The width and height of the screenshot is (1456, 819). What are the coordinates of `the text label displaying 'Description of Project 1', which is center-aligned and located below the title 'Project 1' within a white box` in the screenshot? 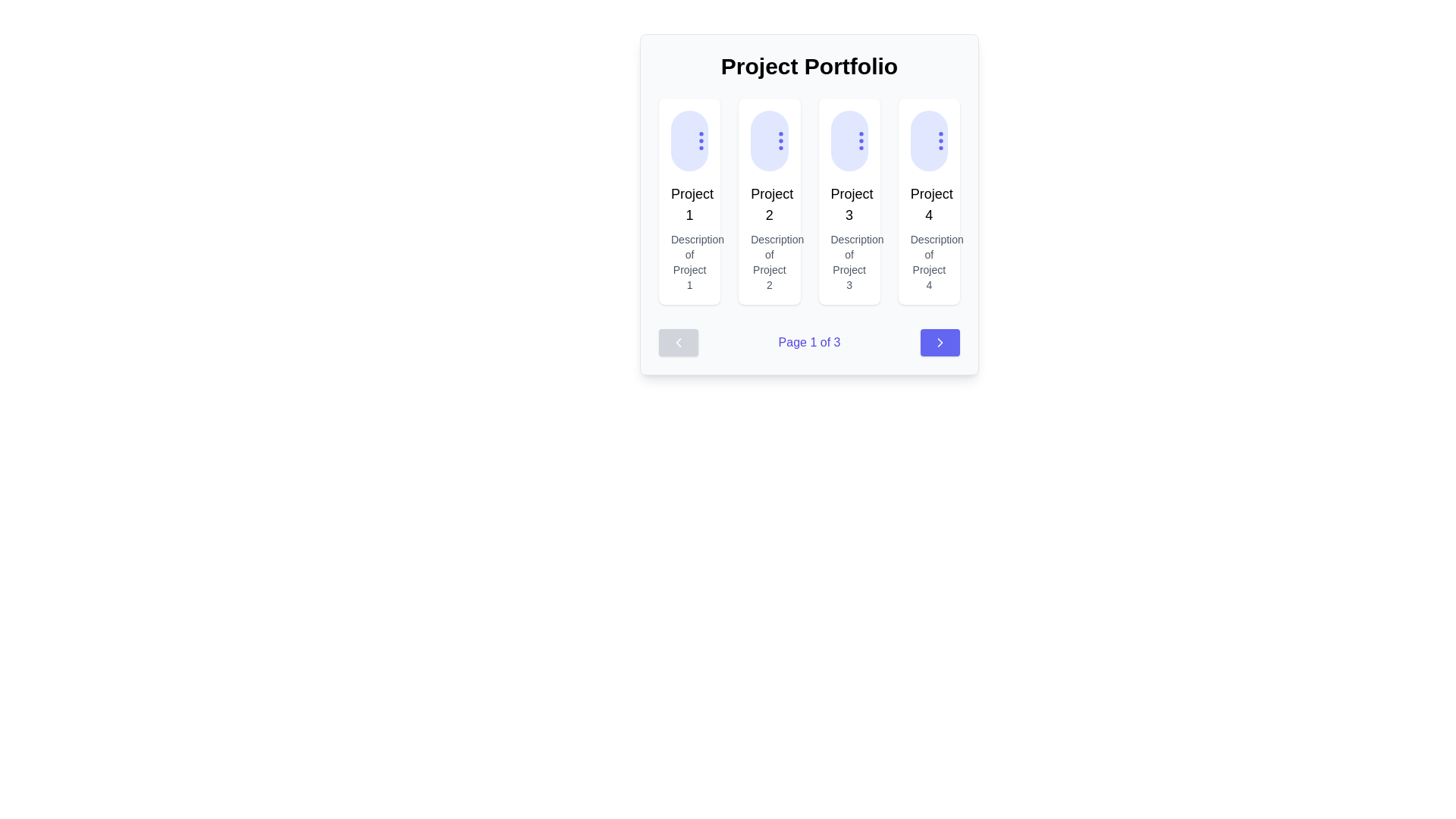 It's located at (689, 262).